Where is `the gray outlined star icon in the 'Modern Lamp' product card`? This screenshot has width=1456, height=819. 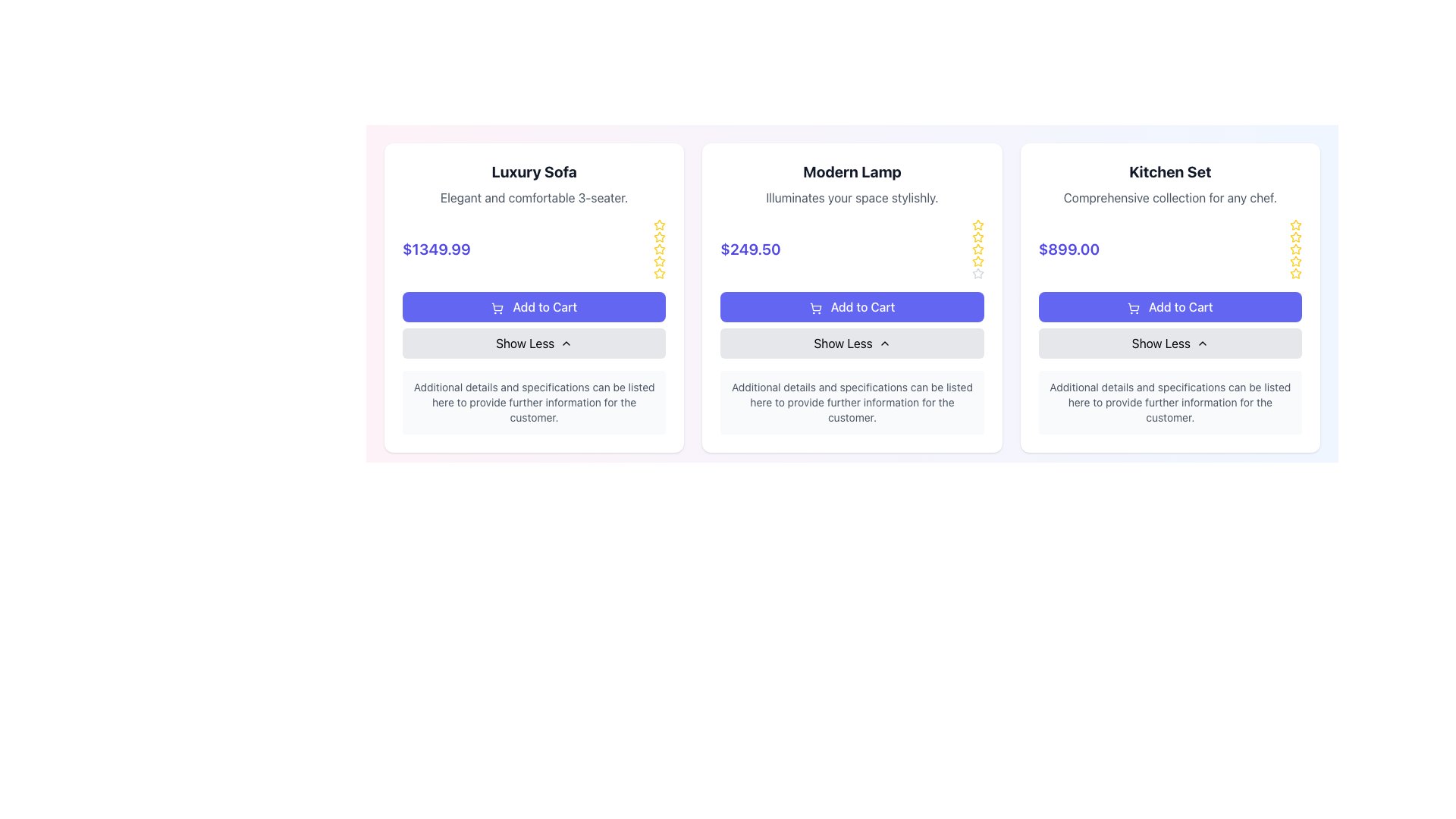 the gray outlined star icon in the 'Modern Lamp' product card is located at coordinates (977, 274).